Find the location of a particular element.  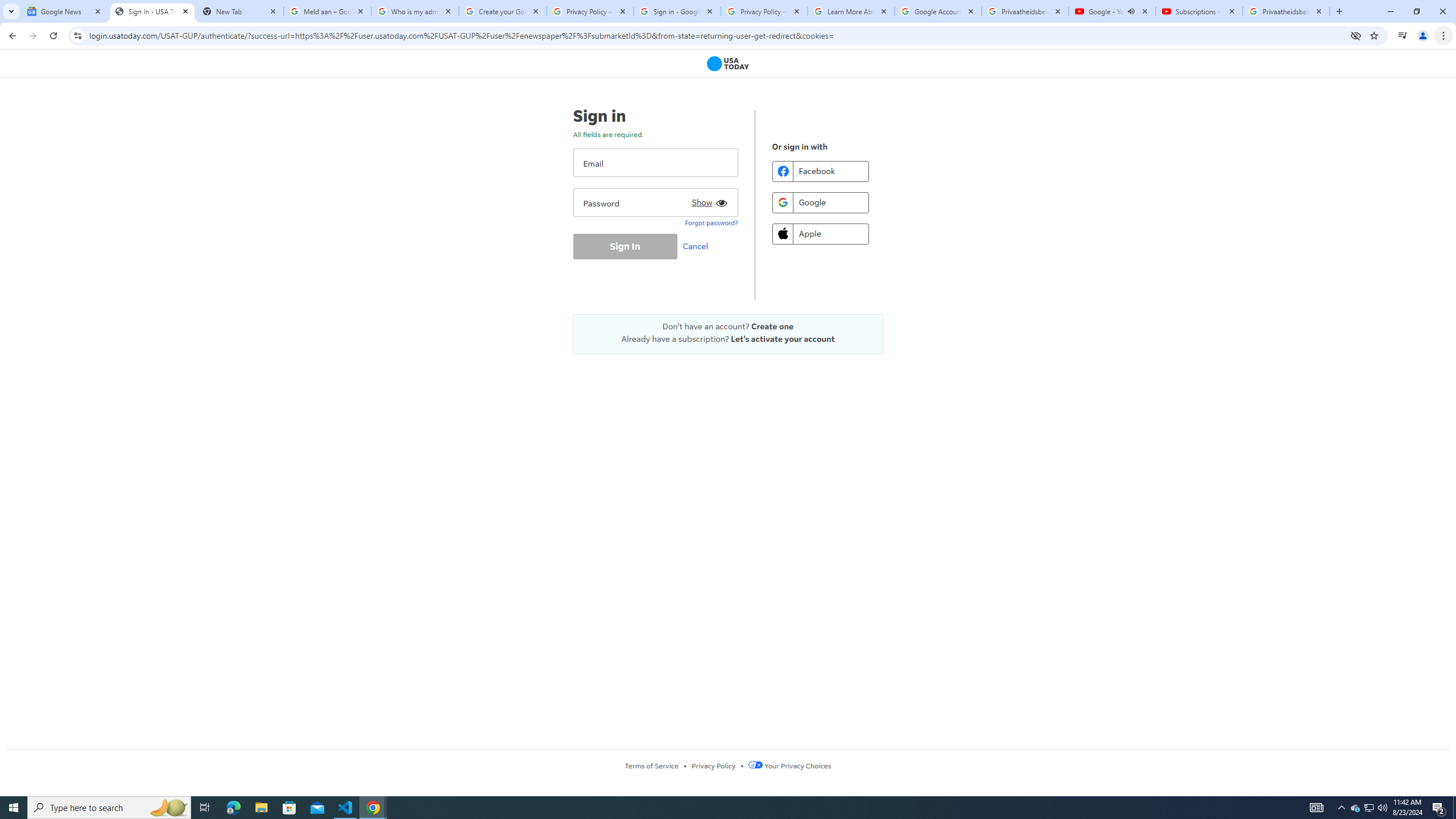

'Create your Google Account' is located at coordinates (503, 11).